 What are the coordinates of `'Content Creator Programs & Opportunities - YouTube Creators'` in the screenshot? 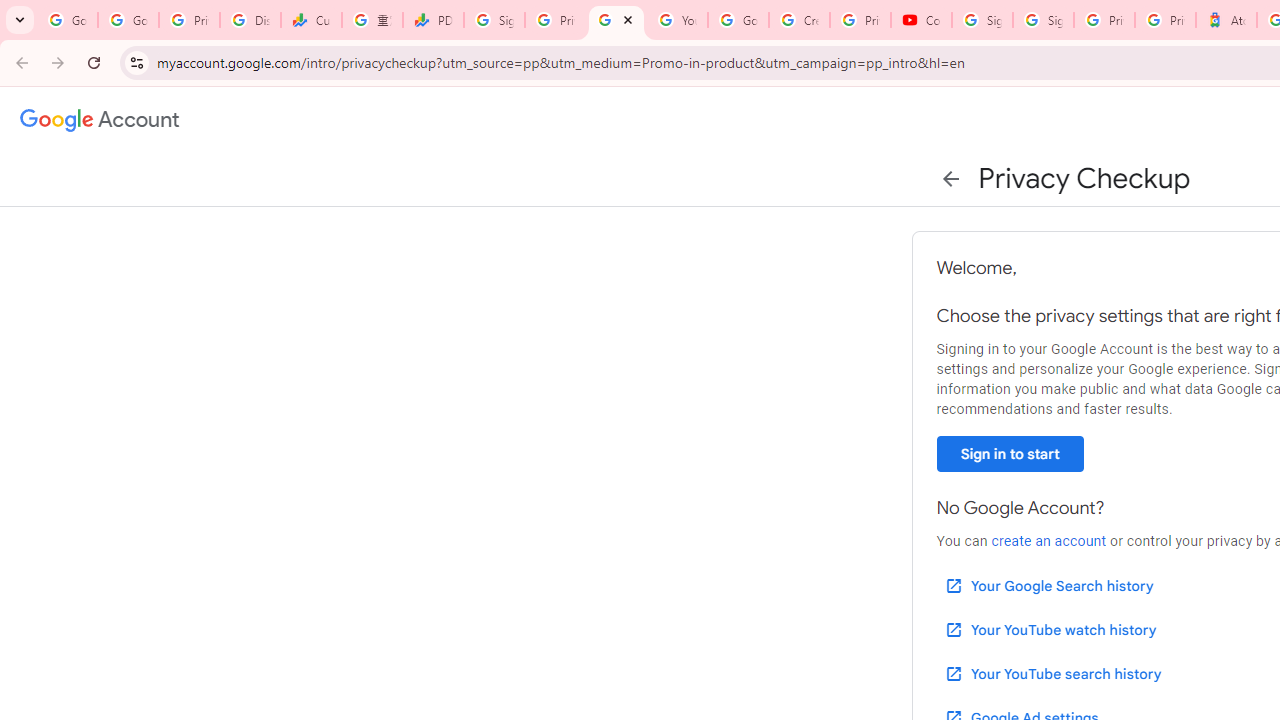 It's located at (920, 20).